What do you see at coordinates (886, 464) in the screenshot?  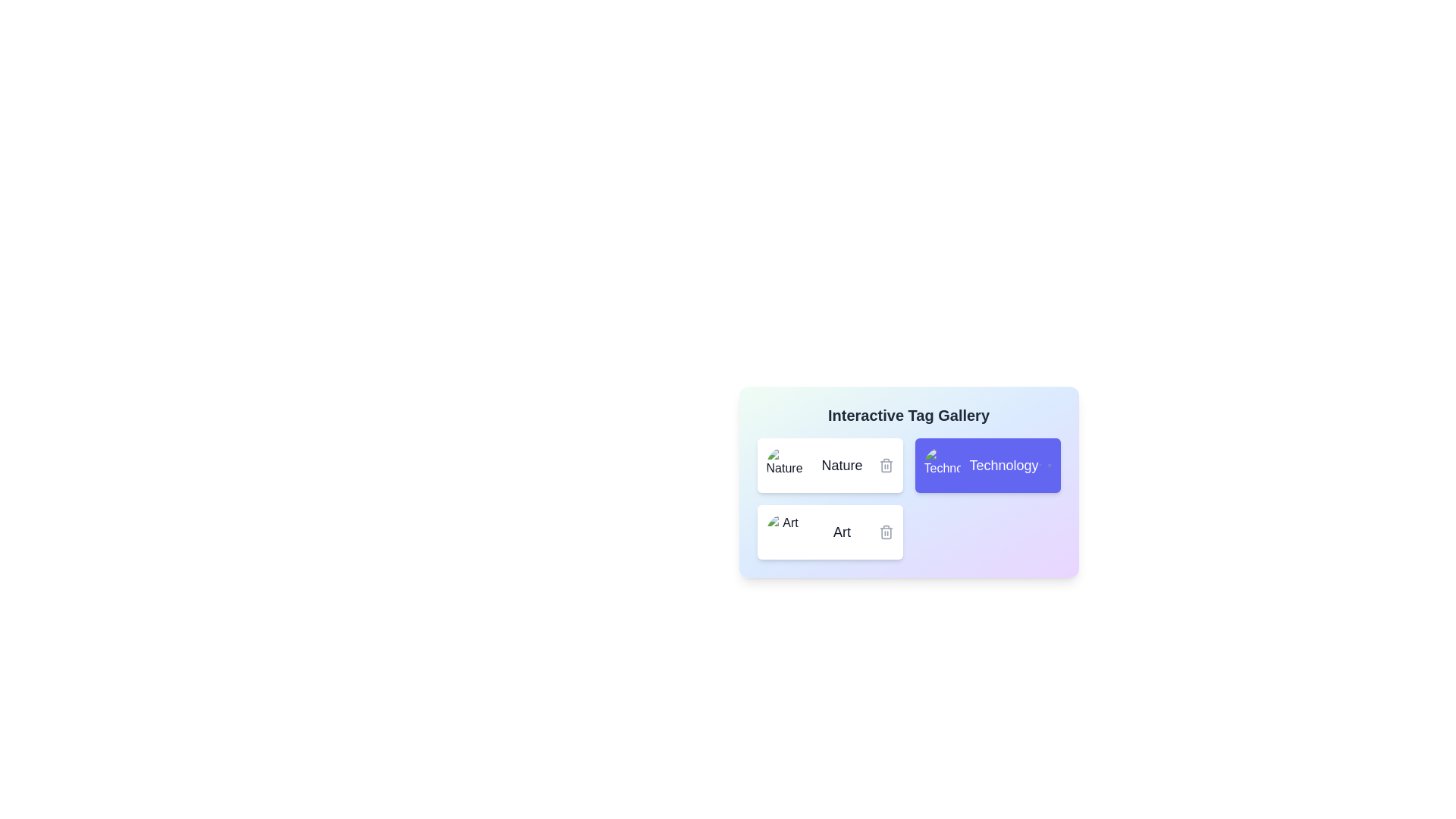 I see `the delete icon of the tag with name Nature` at bounding box center [886, 464].